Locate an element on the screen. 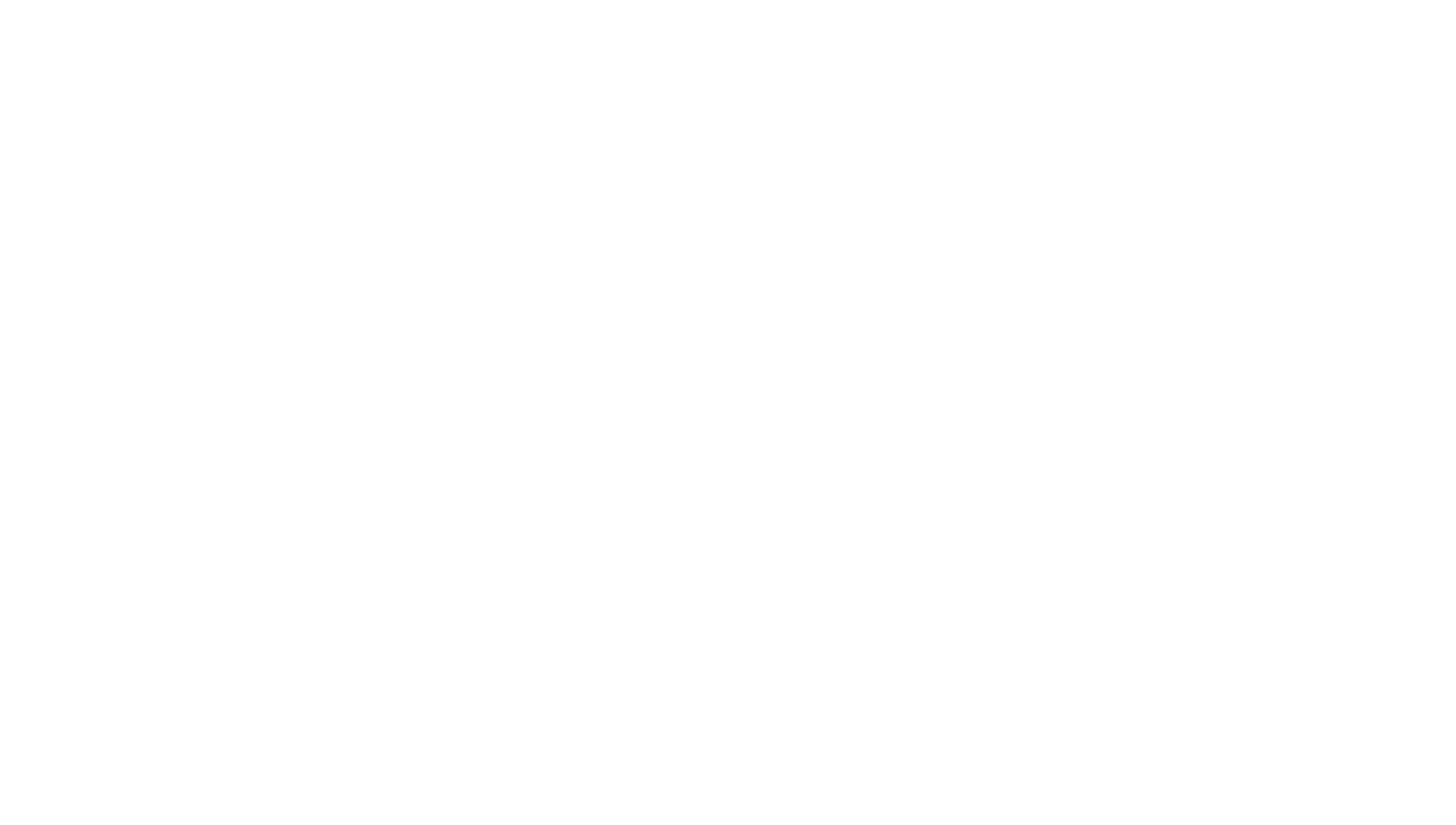 This screenshot has width=1456, height=825. 'Work Pro Unveils Arena Series Loudspeakers' is located at coordinates (624, 620).